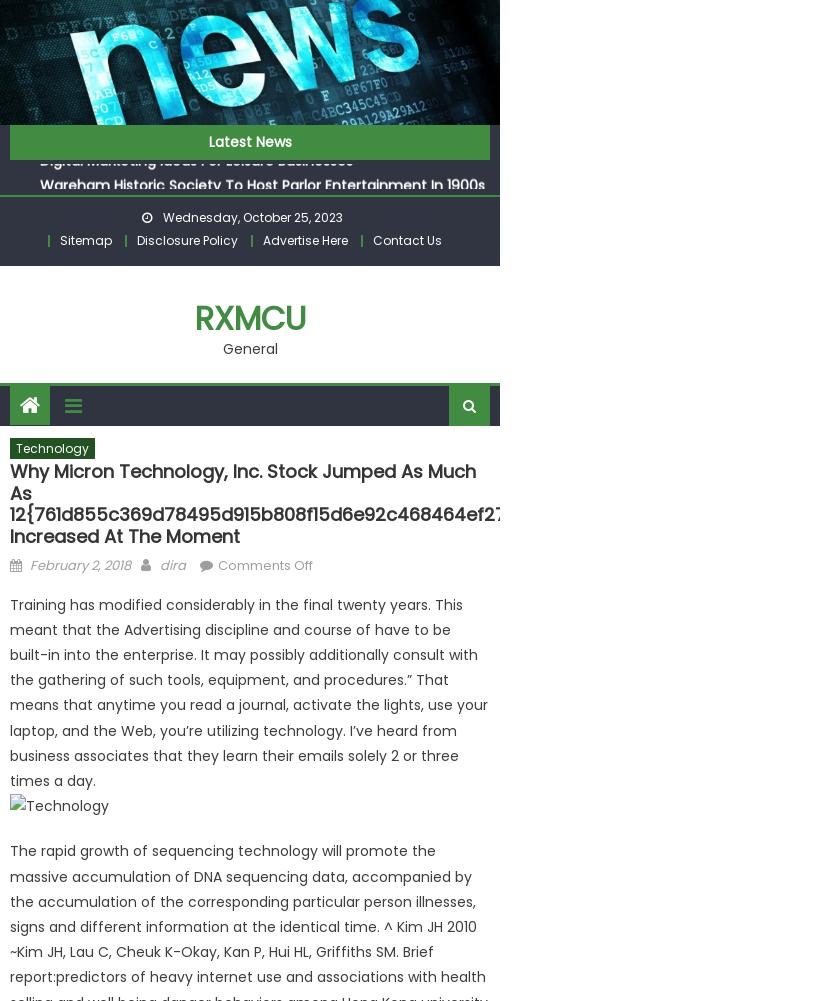 The height and width of the screenshot is (1001, 831). Describe the element at coordinates (248, 349) in the screenshot. I see `'General'` at that location.